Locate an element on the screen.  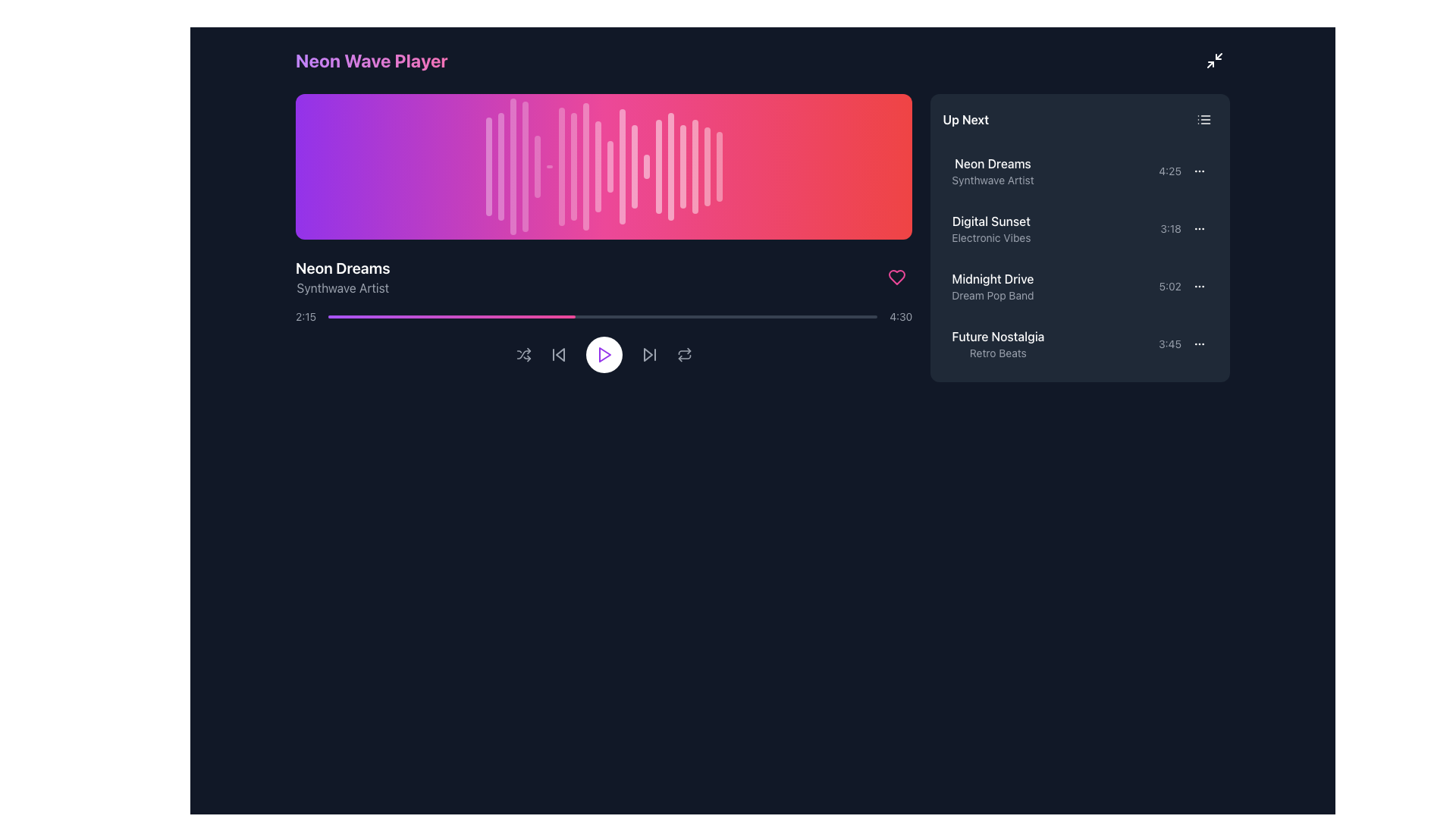
the controls of the media player interface located in the main content area below the waveform visualization is located at coordinates (603, 315).